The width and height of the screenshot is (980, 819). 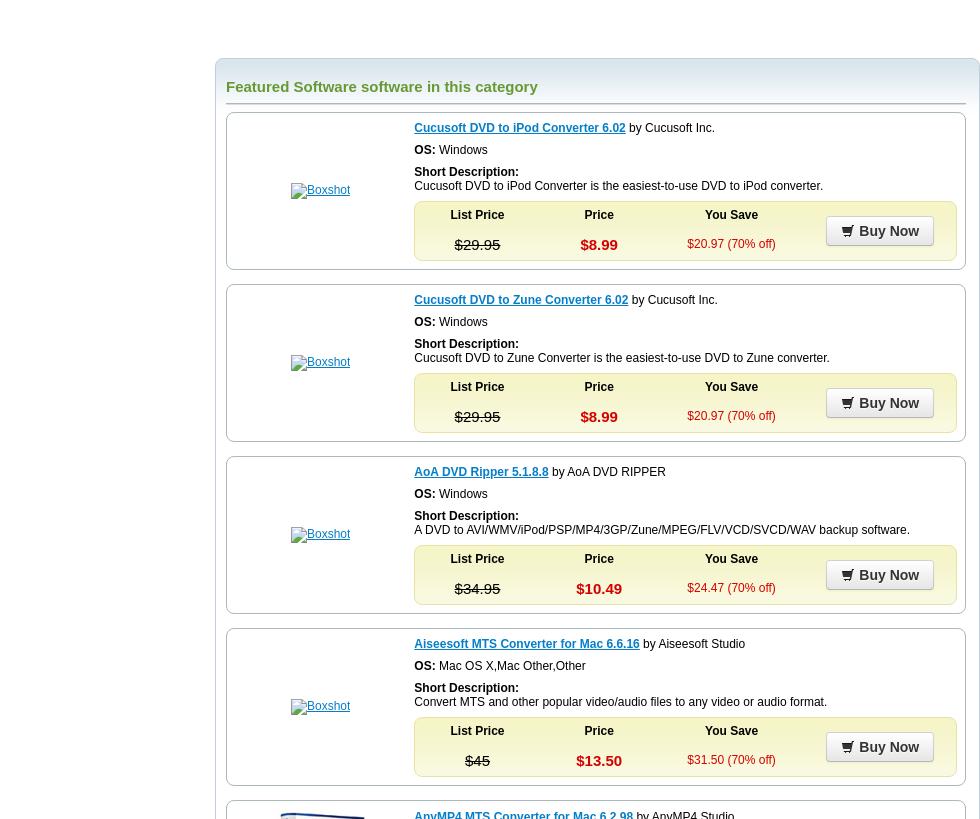 I want to click on 'Mac OS X,Mac Other,Other', so click(x=509, y=666).